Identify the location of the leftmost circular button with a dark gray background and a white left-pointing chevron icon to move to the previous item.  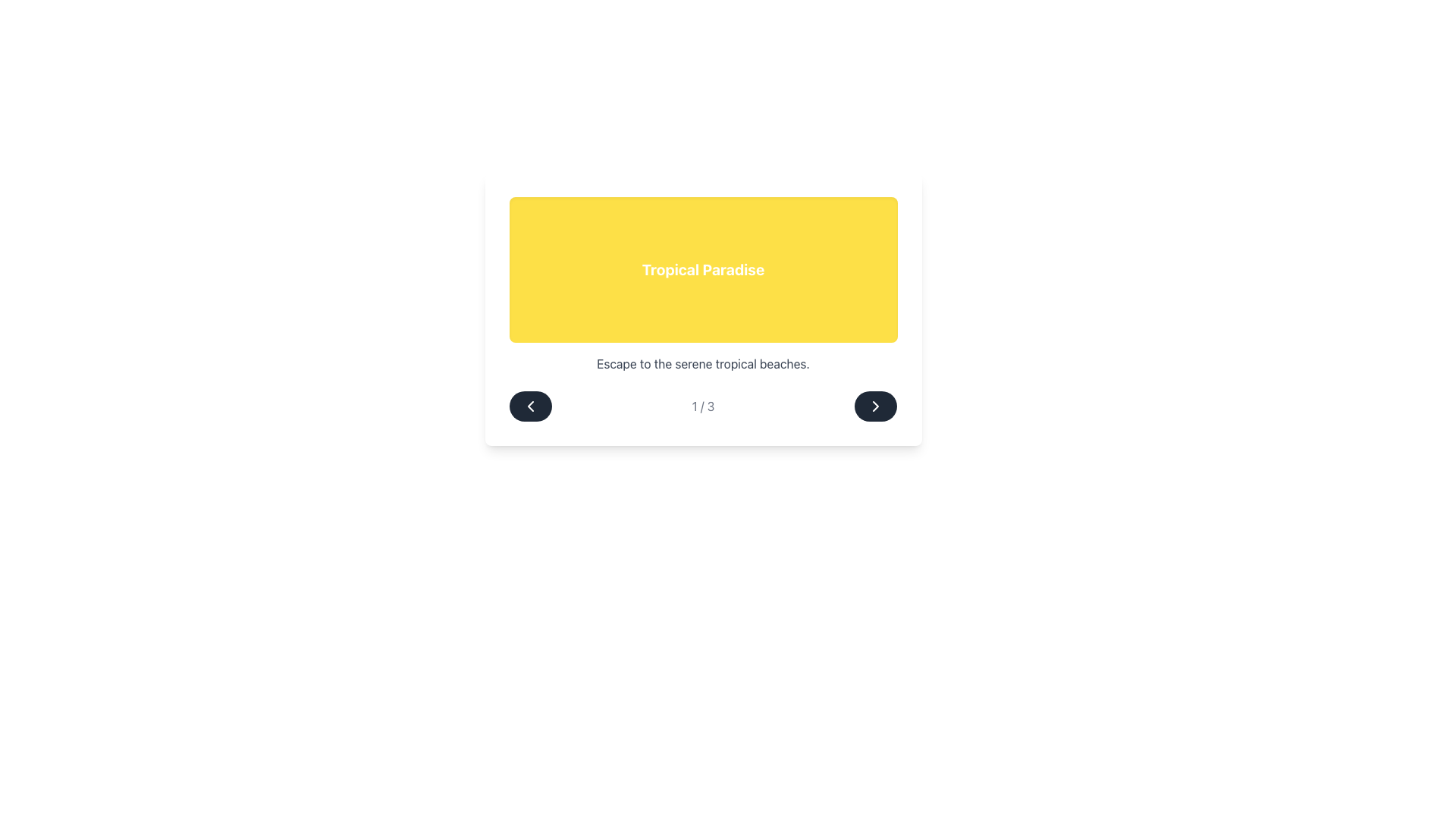
(530, 406).